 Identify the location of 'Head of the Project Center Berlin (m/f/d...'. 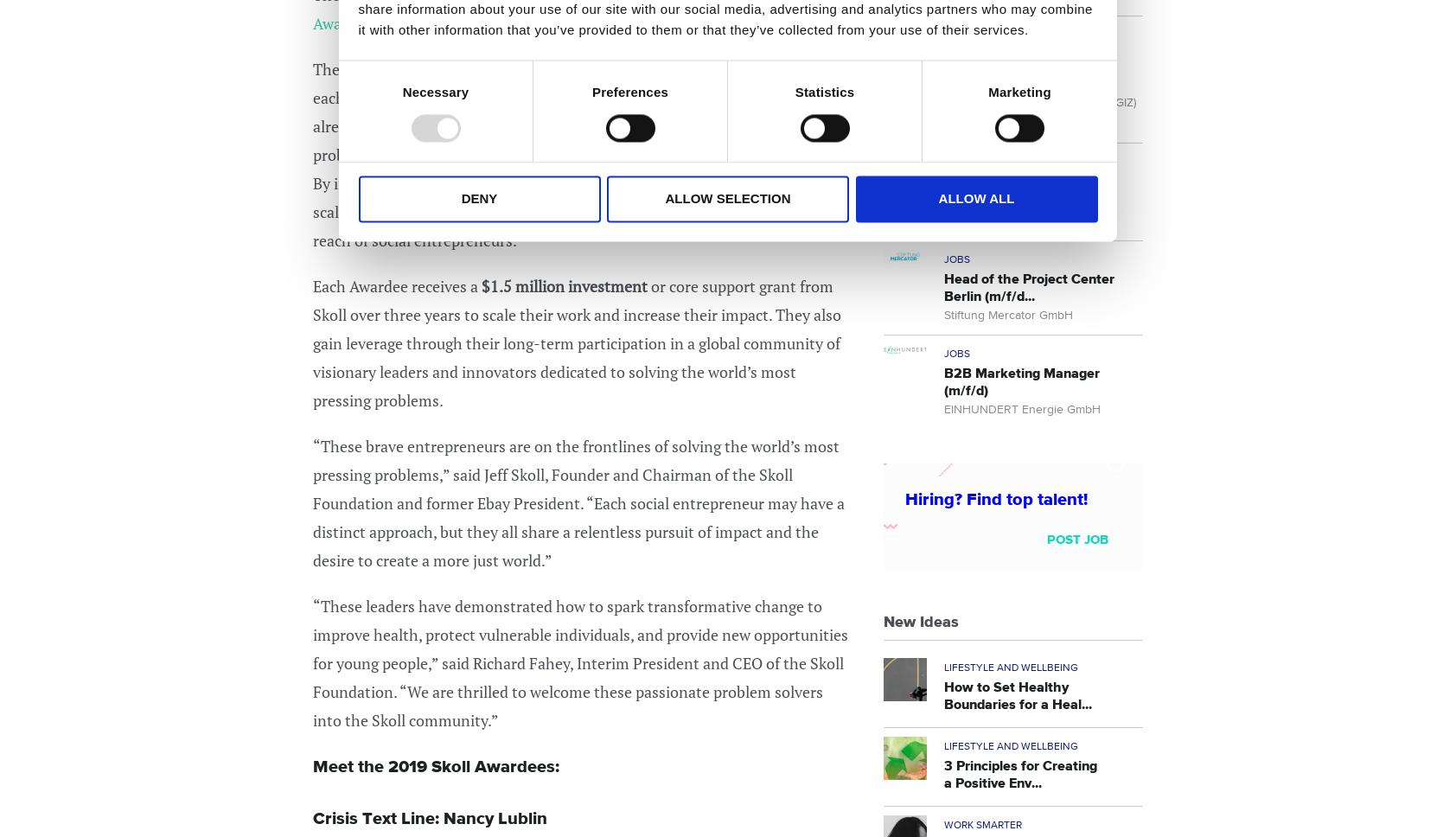
(944, 287).